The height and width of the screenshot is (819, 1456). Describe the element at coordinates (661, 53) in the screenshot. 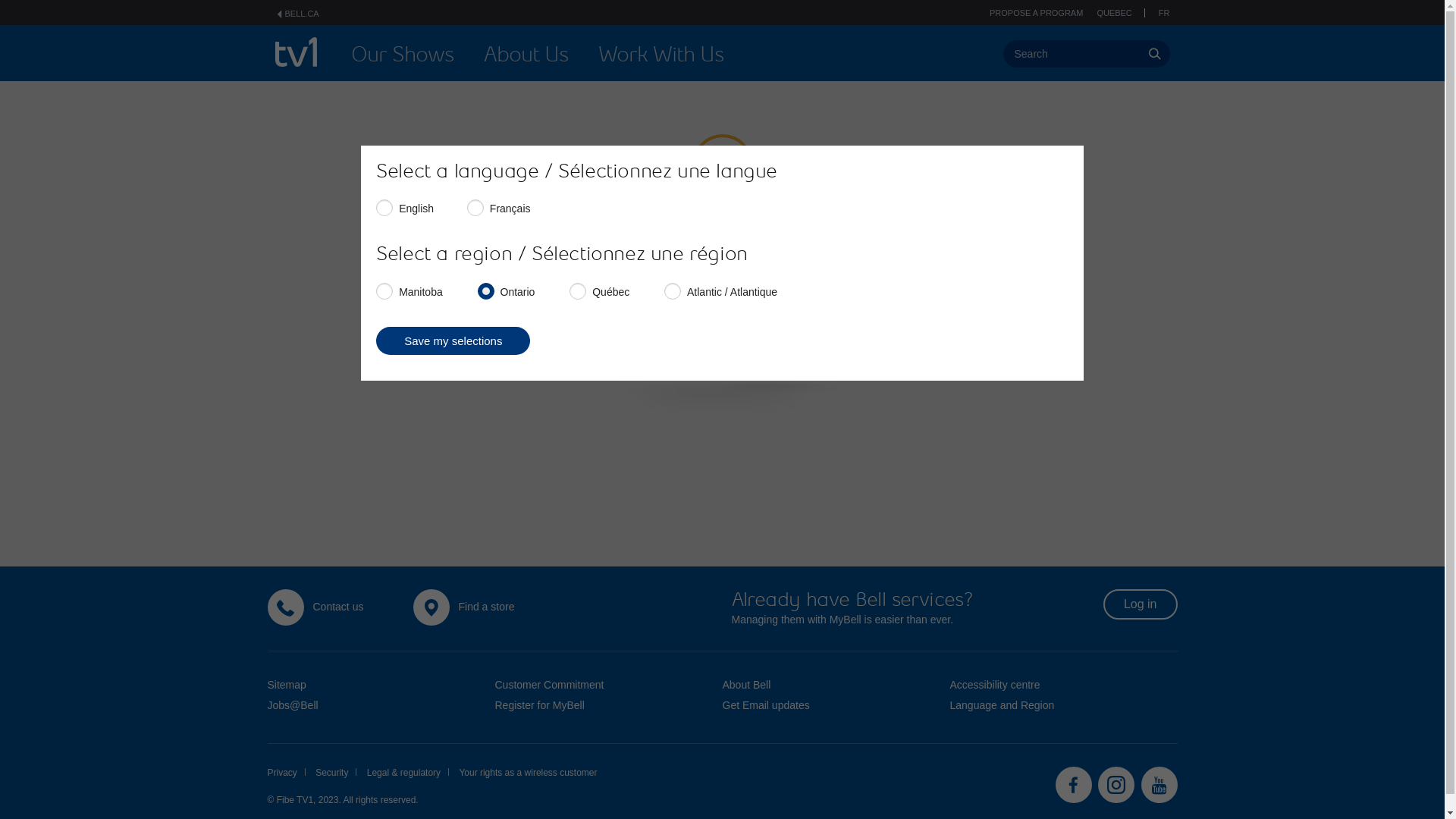

I see `'Work With Us'` at that location.